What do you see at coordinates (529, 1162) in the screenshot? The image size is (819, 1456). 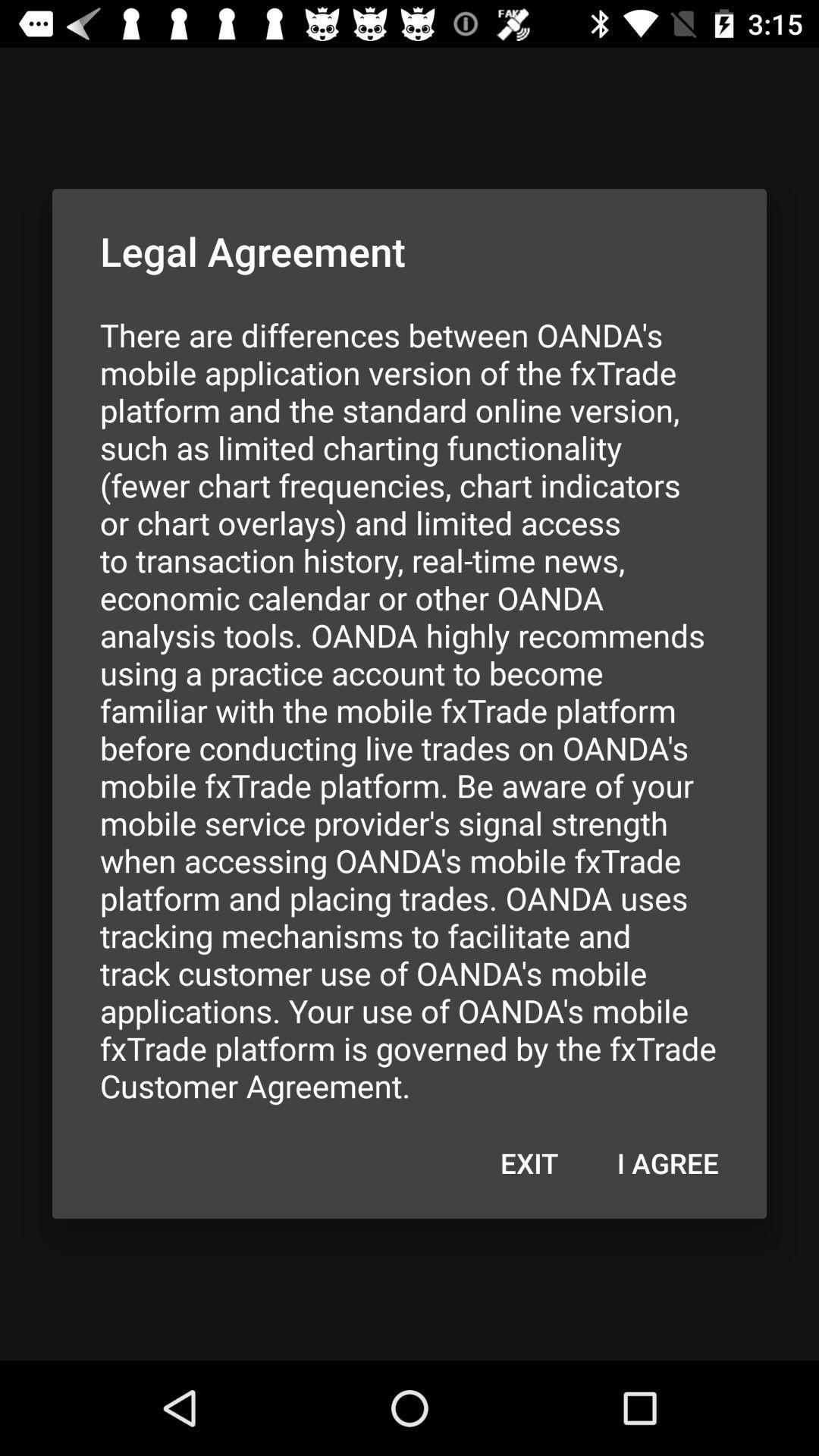 I see `icon to the left of the i agree button` at bounding box center [529, 1162].